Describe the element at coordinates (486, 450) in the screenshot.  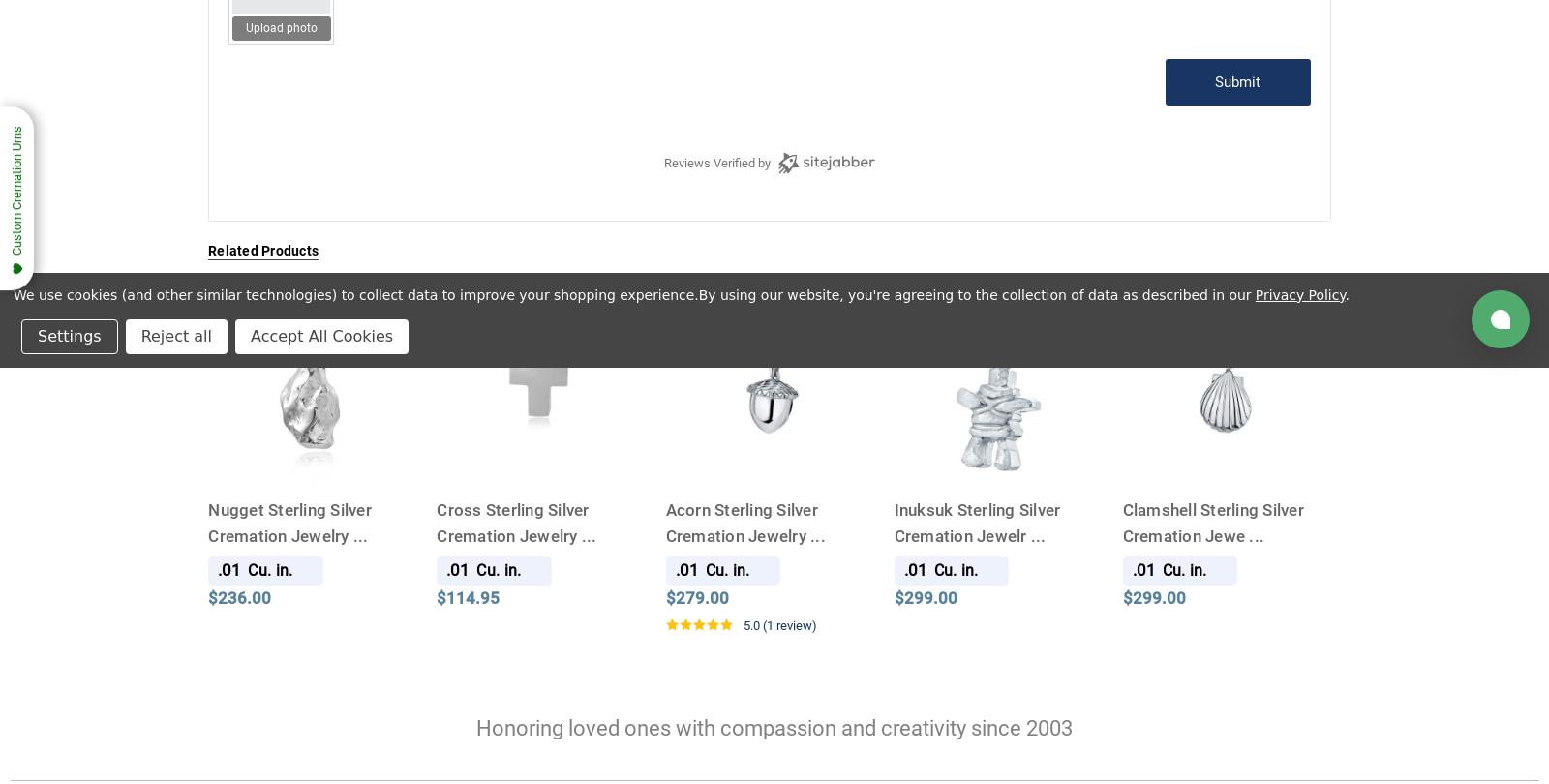
I see `'Choose Options'` at that location.